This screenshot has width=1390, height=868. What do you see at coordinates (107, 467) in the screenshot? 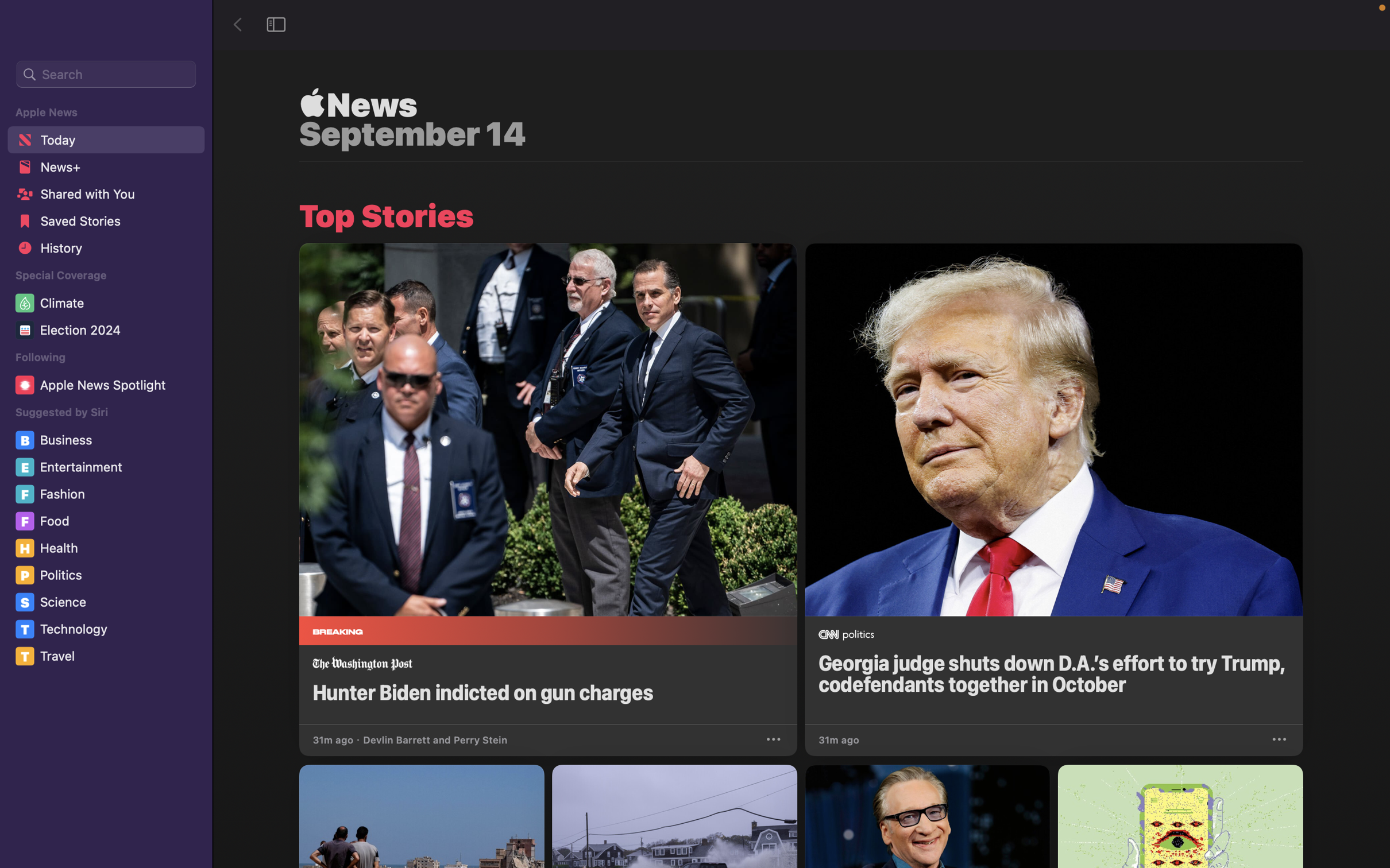
I see `Navigate and select the "Entertainment" category` at bounding box center [107, 467].